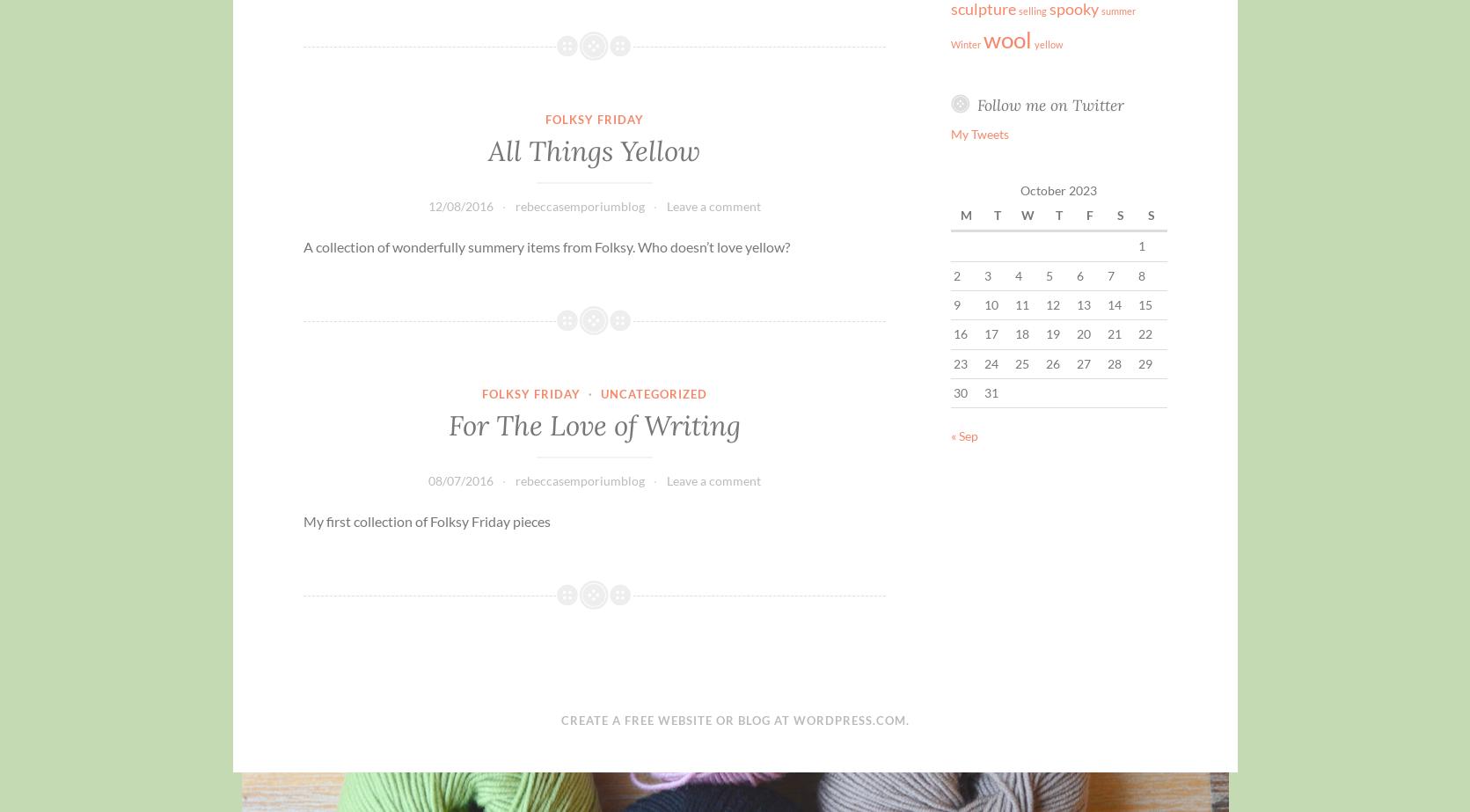 This screenshot has height=812, width=1470. I want to click on '10', so click(991, 304).